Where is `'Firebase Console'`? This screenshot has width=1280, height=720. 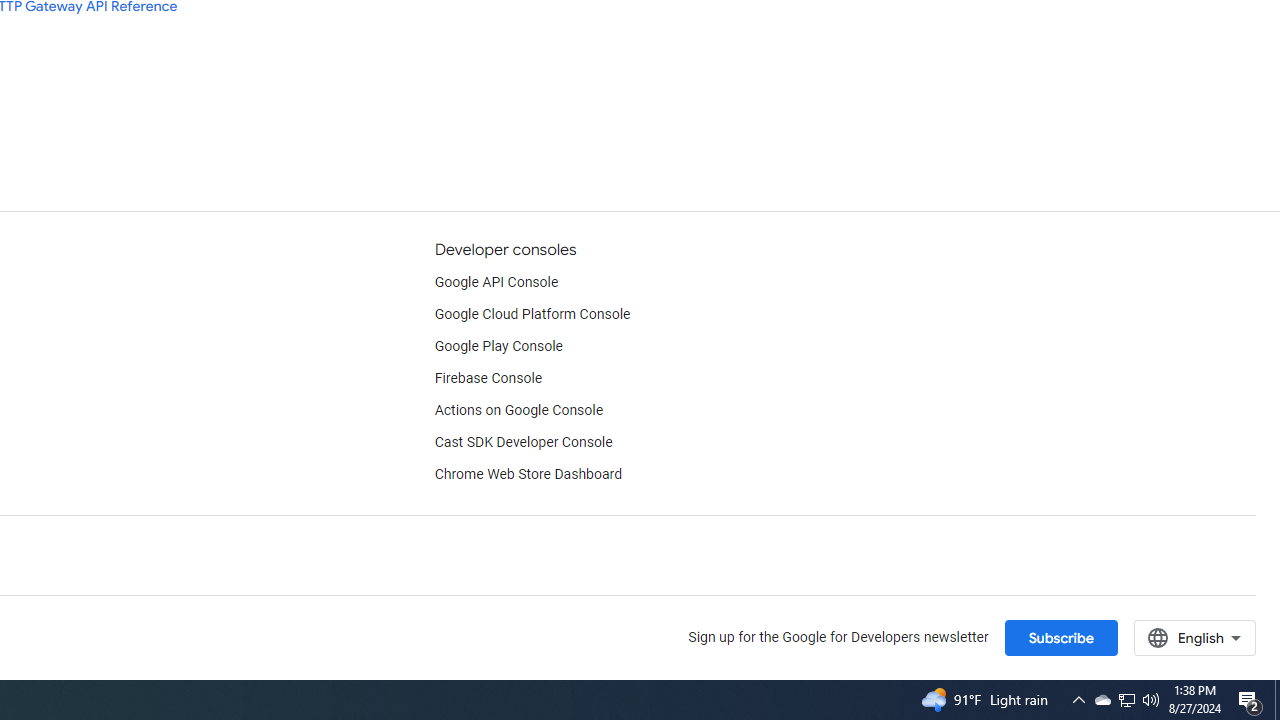
'Firebase Console' is located at coordinates (488, 379).